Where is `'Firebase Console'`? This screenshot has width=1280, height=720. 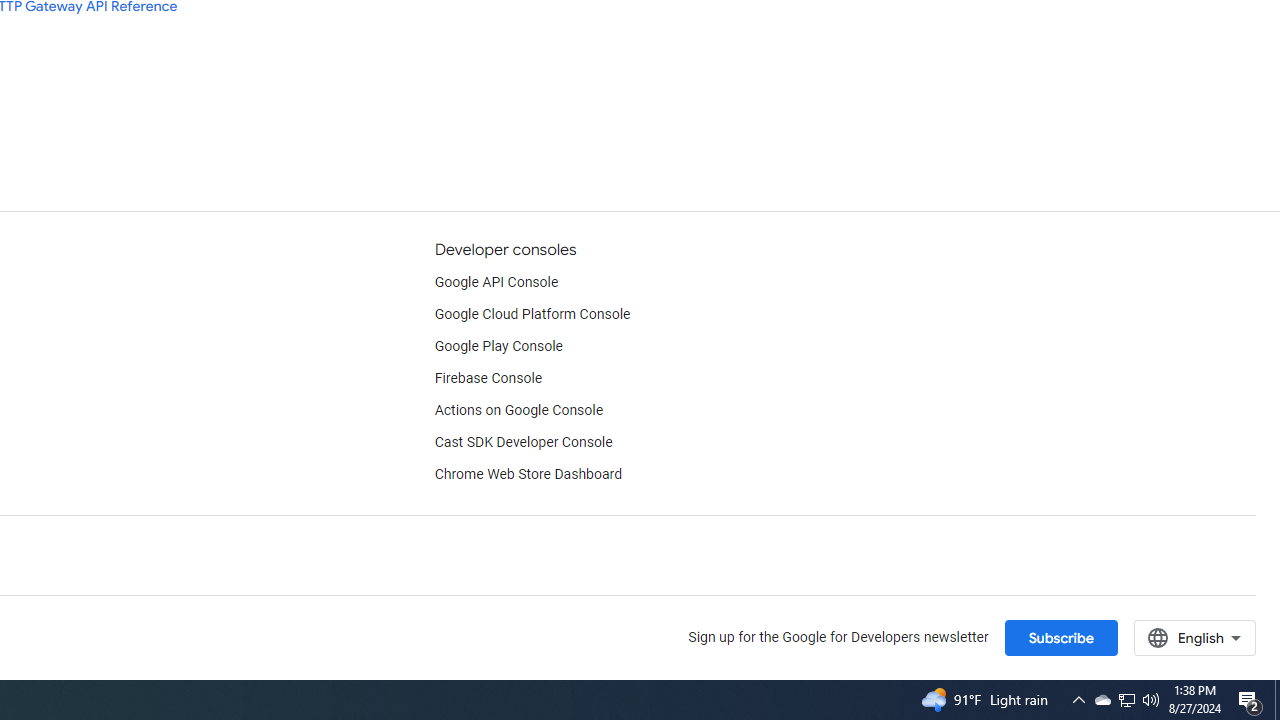
'Firebase Console' is located at coordinates (488, 379).